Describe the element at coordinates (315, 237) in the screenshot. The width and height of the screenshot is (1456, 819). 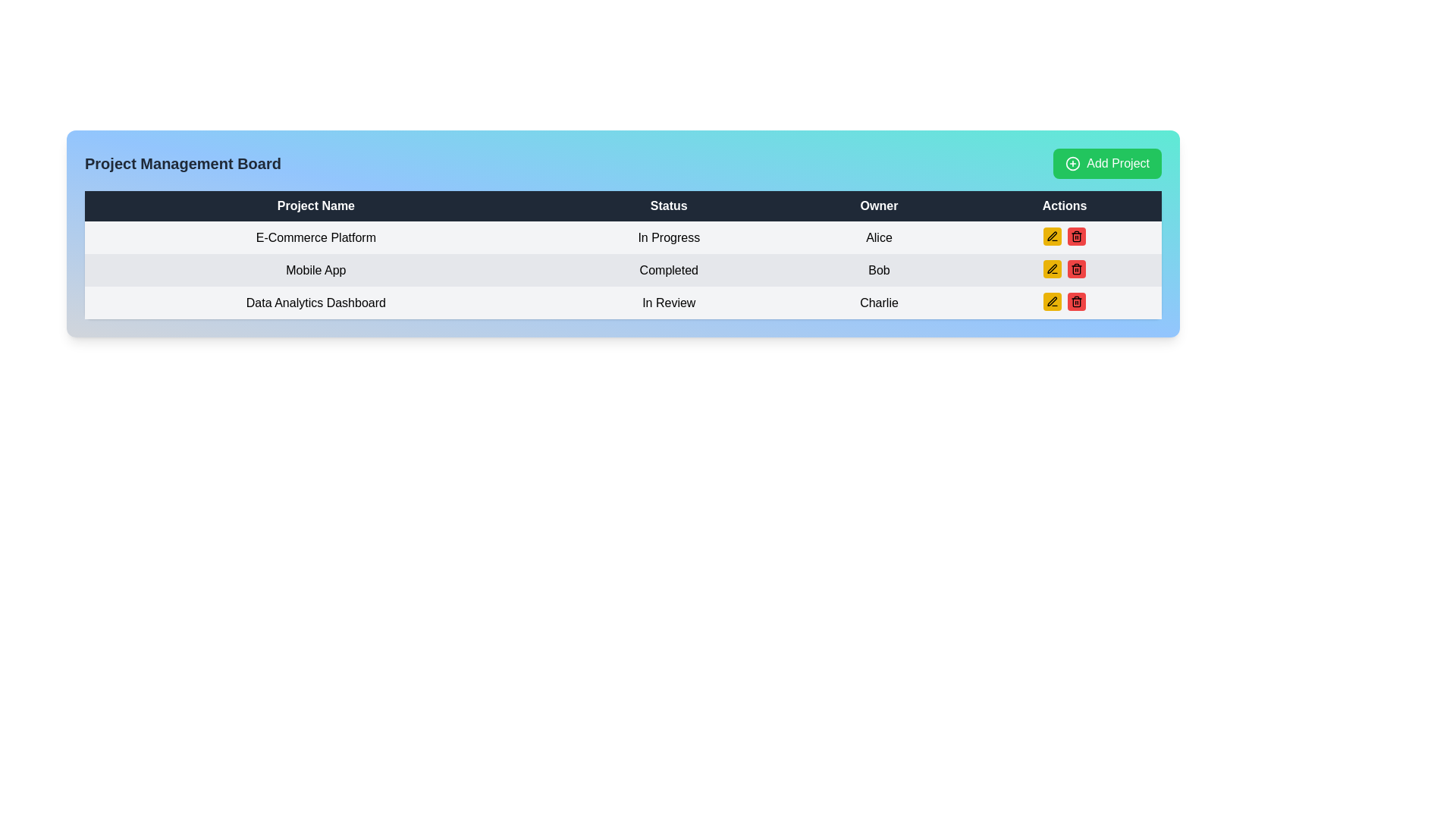
I see `the text label 'E-Commerce Platform' styled with padding in a light gray background, located in the first row under the 'Project Name' column in the table interface` at that location.